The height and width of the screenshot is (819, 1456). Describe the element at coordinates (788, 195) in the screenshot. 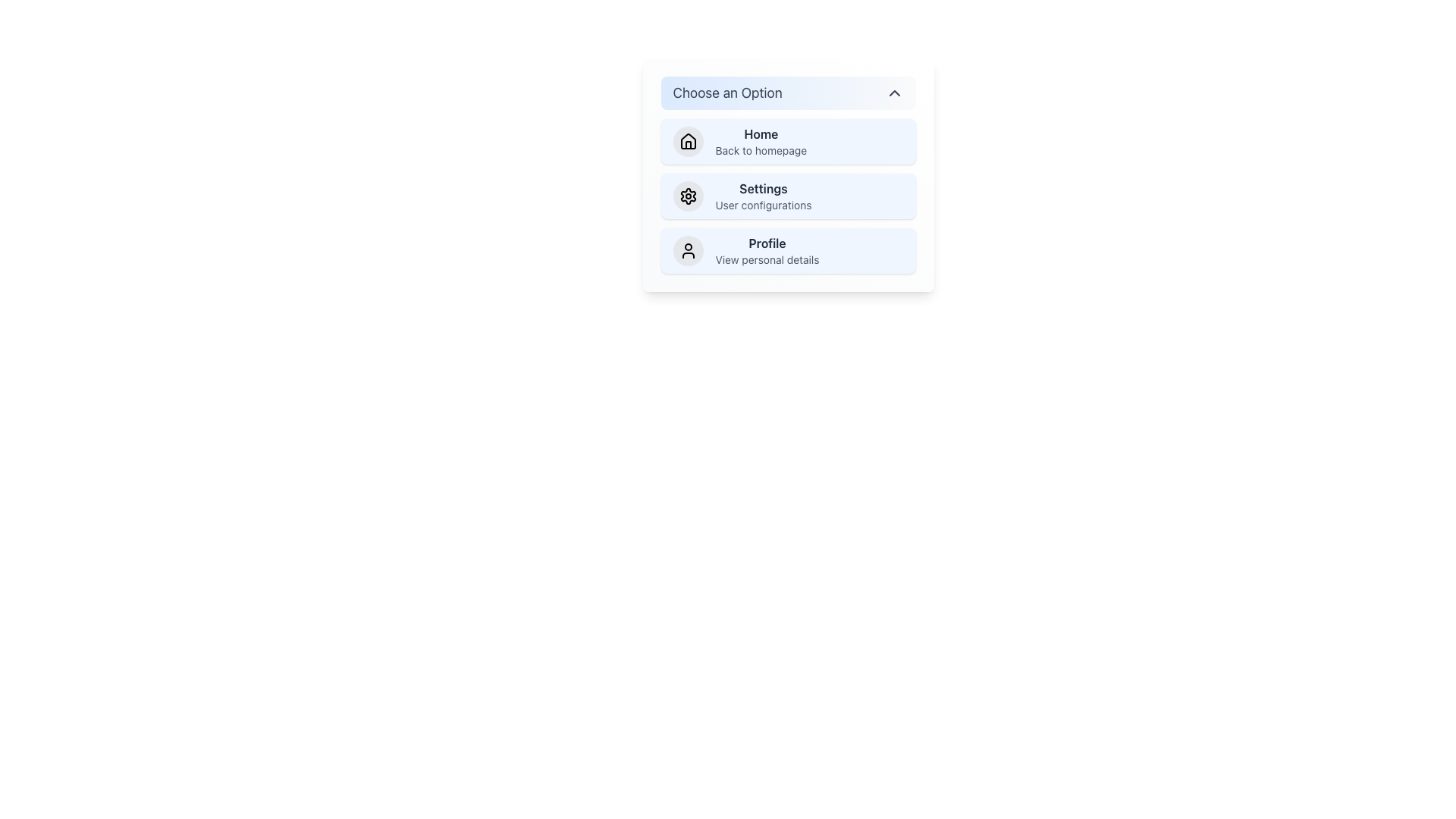

I see `the settings button` at that location.